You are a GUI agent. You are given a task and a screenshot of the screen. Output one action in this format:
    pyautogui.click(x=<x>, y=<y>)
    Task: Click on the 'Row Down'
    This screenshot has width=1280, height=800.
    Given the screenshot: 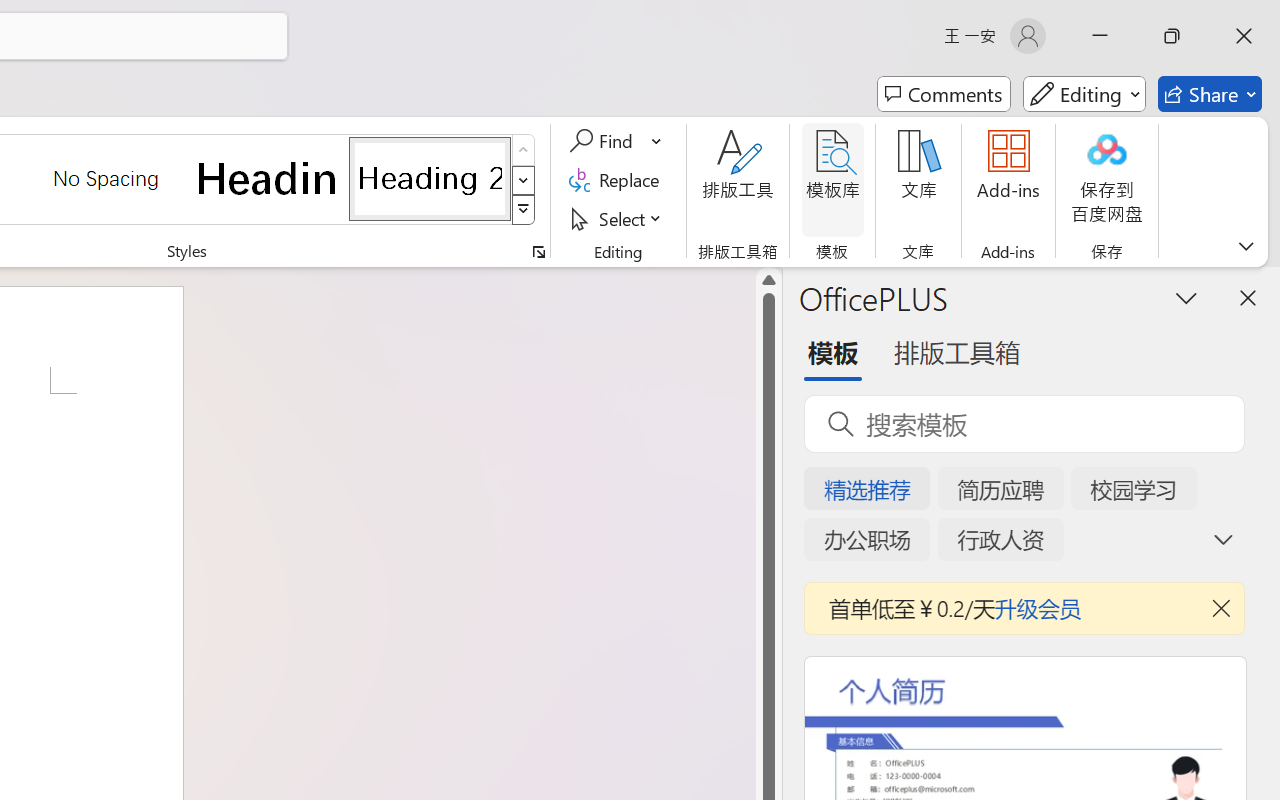 What is the action you would take?
    pyautogui.click(x=523, y=179)
    